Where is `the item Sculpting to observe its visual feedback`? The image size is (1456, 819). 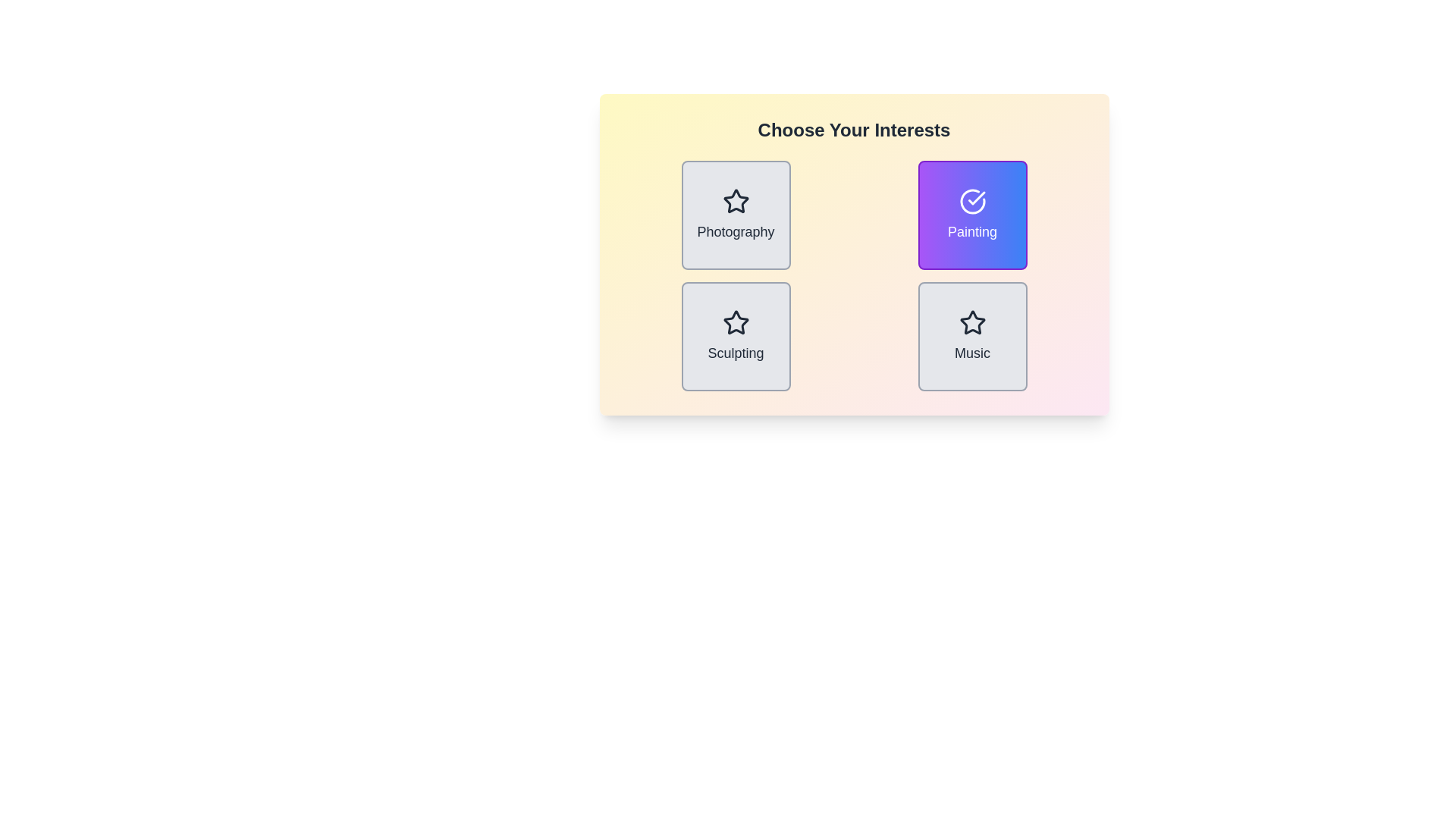 the item Sculpting to observe its visual feedback is located at coordinates (736, 335).